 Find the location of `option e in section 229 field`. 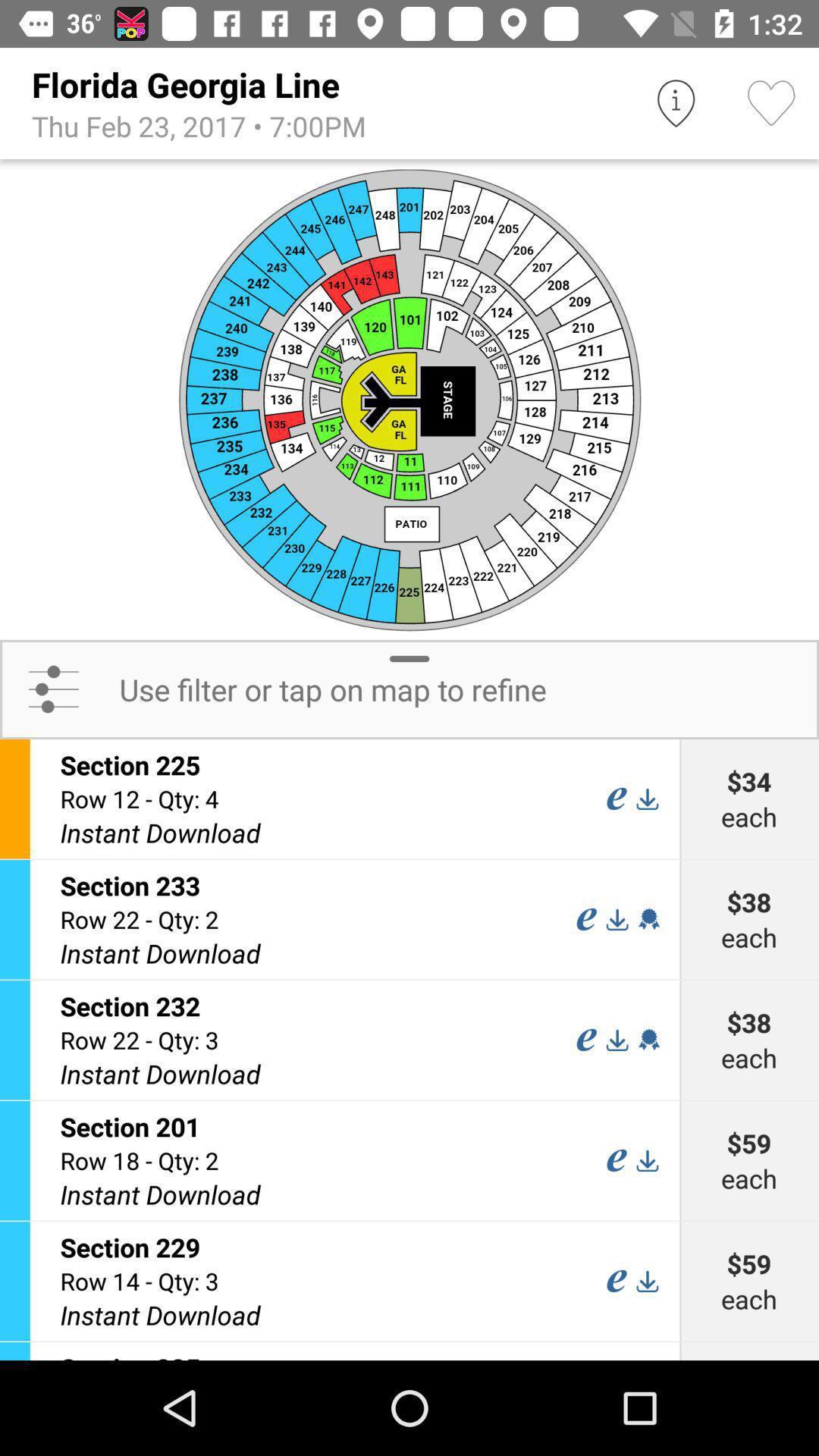

option e in section 229 field is located at coordinates (617, 1280).